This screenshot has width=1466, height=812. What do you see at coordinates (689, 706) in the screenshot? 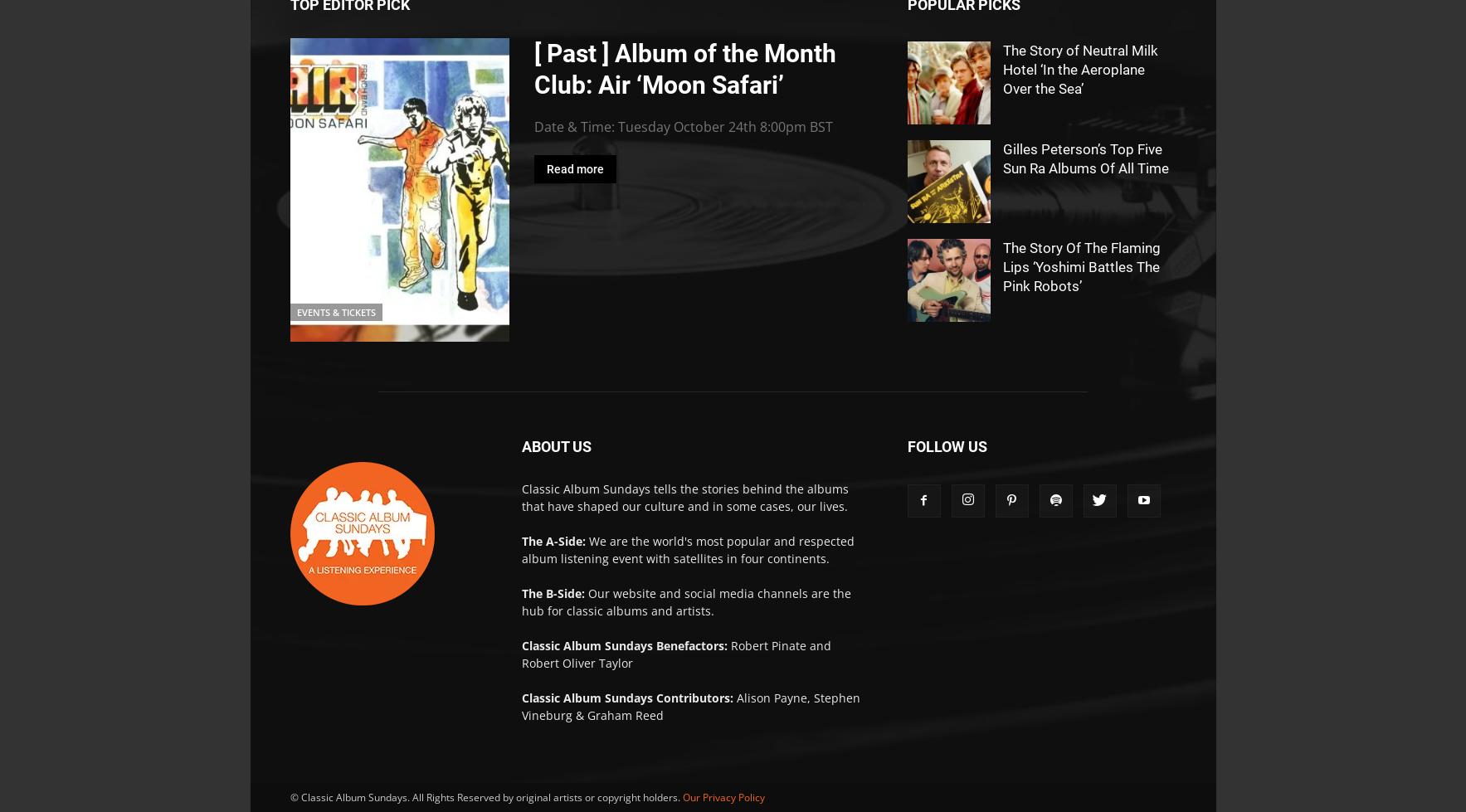
I see `'Alison Payne, Stephen Vineburg & Graham Reed'` at bounding box center [689, 706].